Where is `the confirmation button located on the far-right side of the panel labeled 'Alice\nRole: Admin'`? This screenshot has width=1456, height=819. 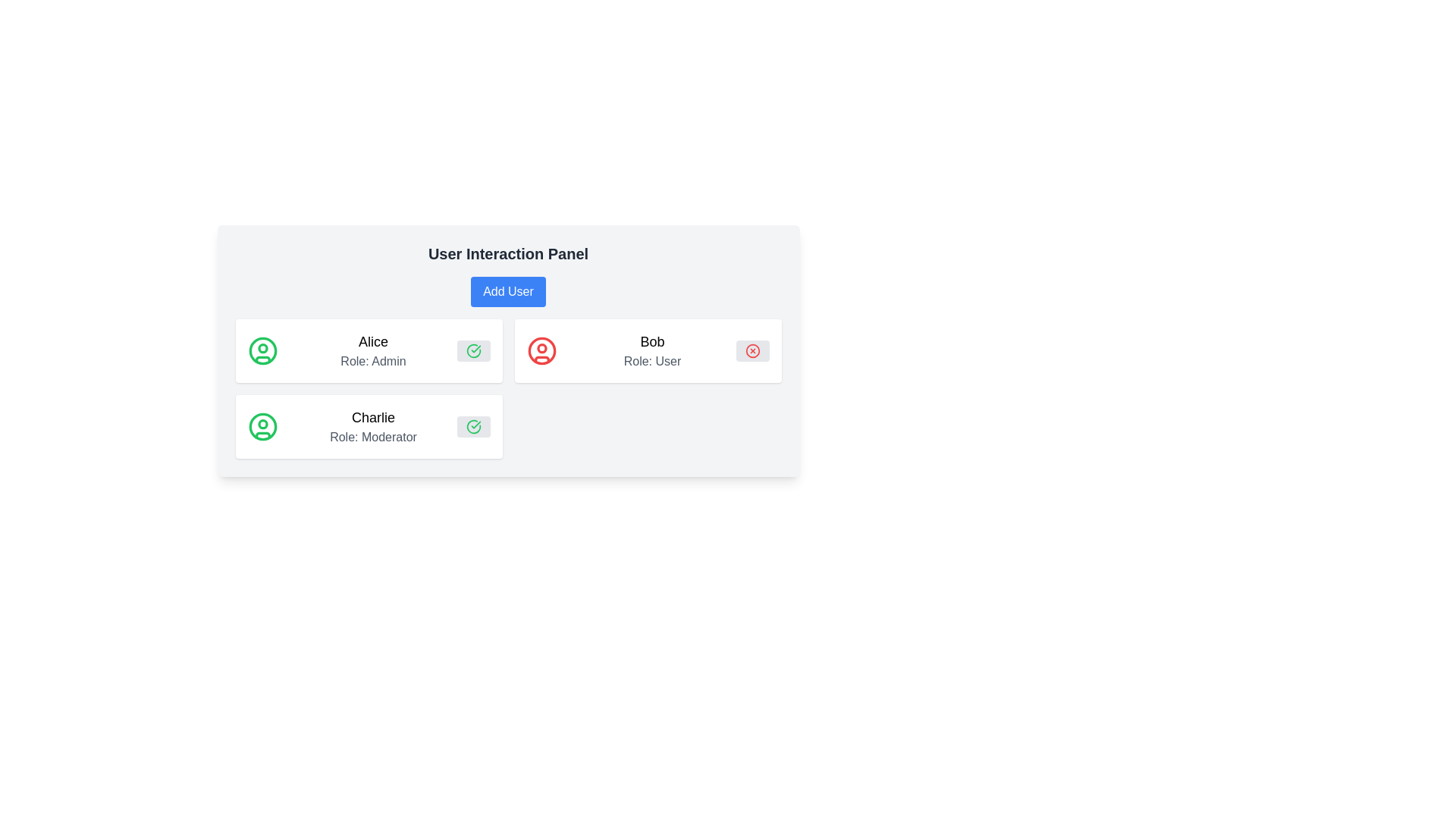 the confirmation button located on the far-right side of the panel labeled 'Alice\nRole: Admin' is located at coordinates (472, 350).